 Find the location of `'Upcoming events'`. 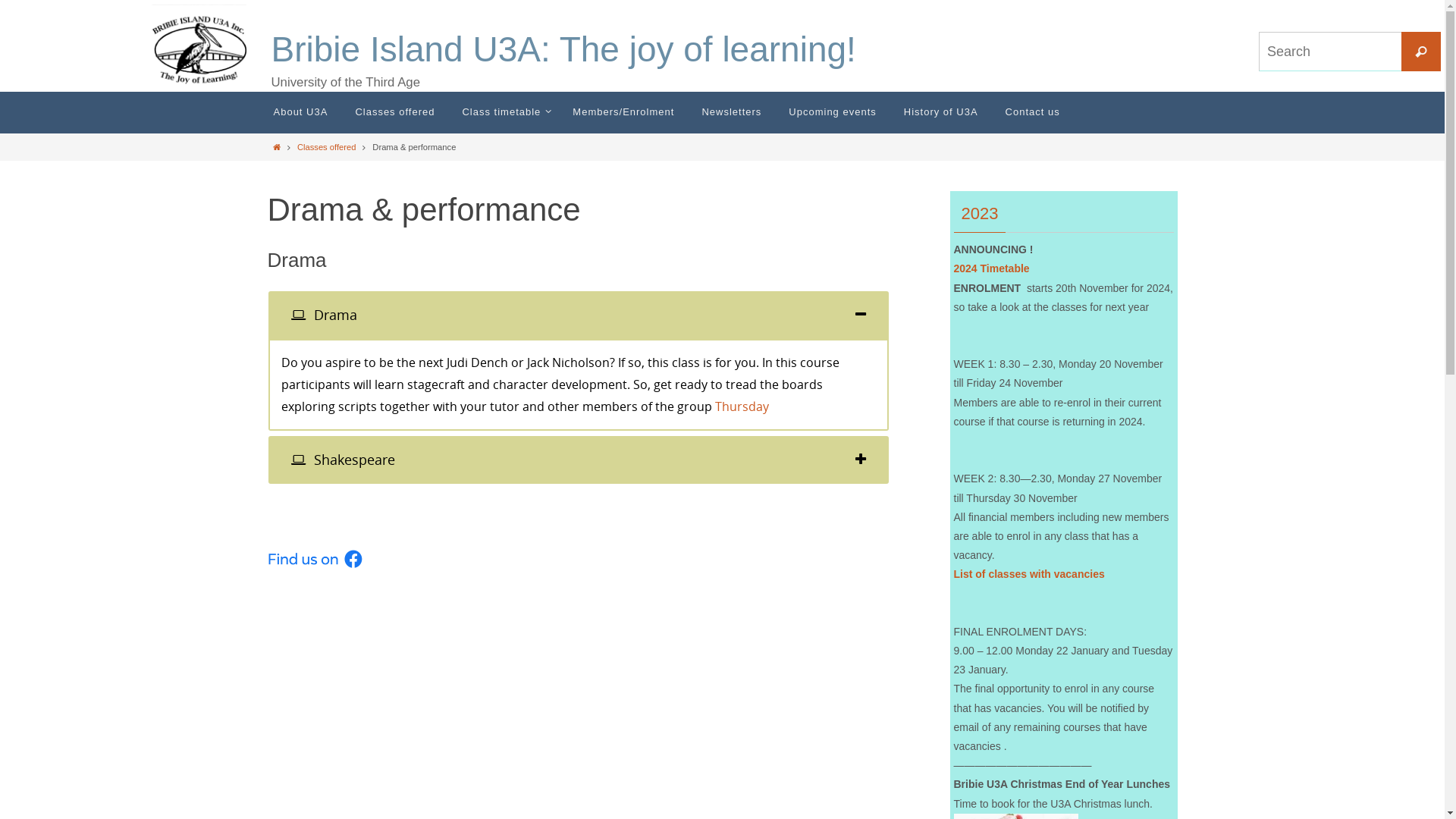

'Upcoming events' is located at coordinates (831, 111).